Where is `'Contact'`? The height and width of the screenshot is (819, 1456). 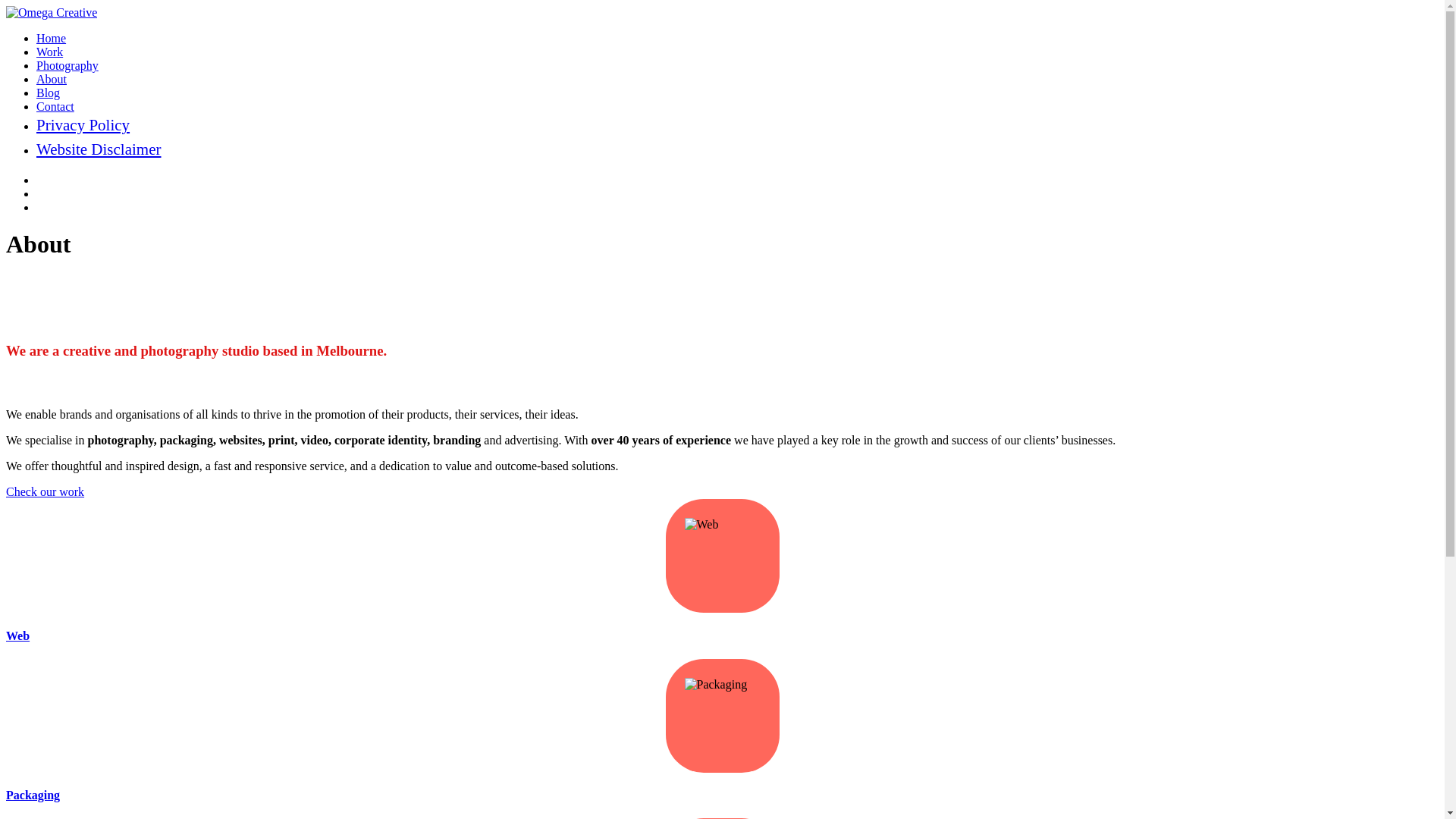
'Contact' is located at coordinates (36, 105).